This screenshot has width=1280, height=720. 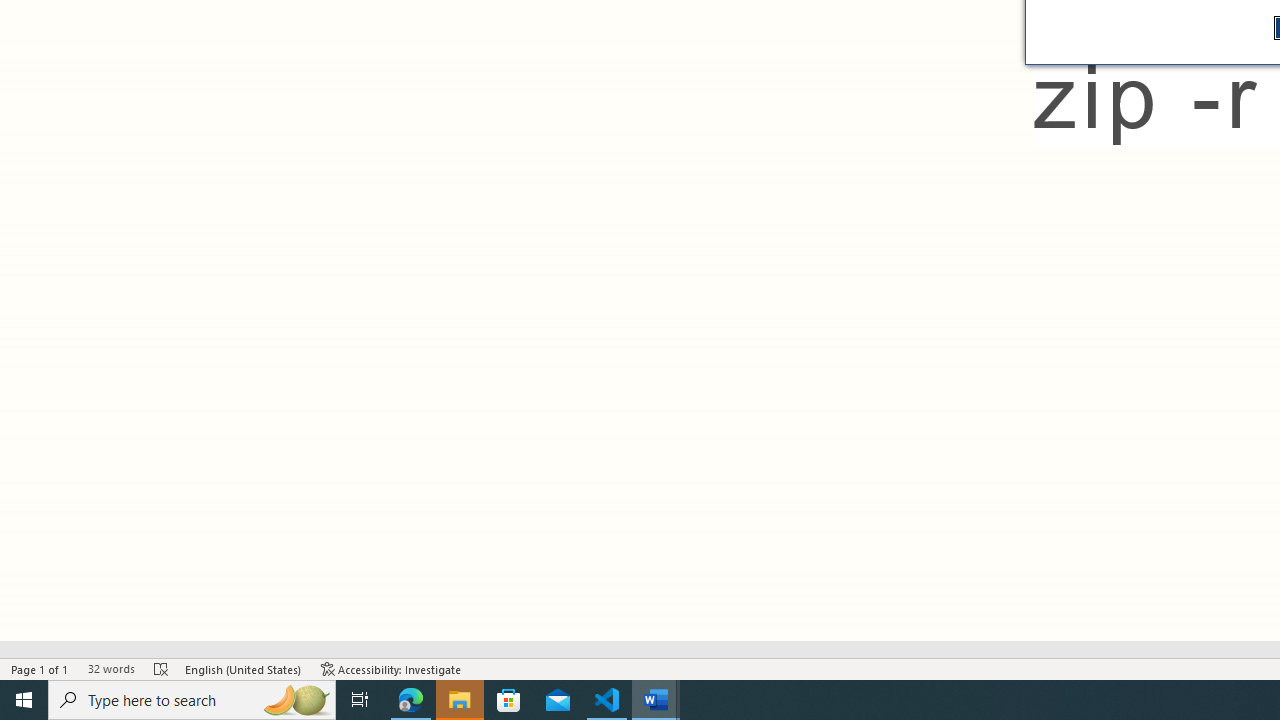 I want to click on 'Page Number Page 1 of 1', so click(x=40, y=669).